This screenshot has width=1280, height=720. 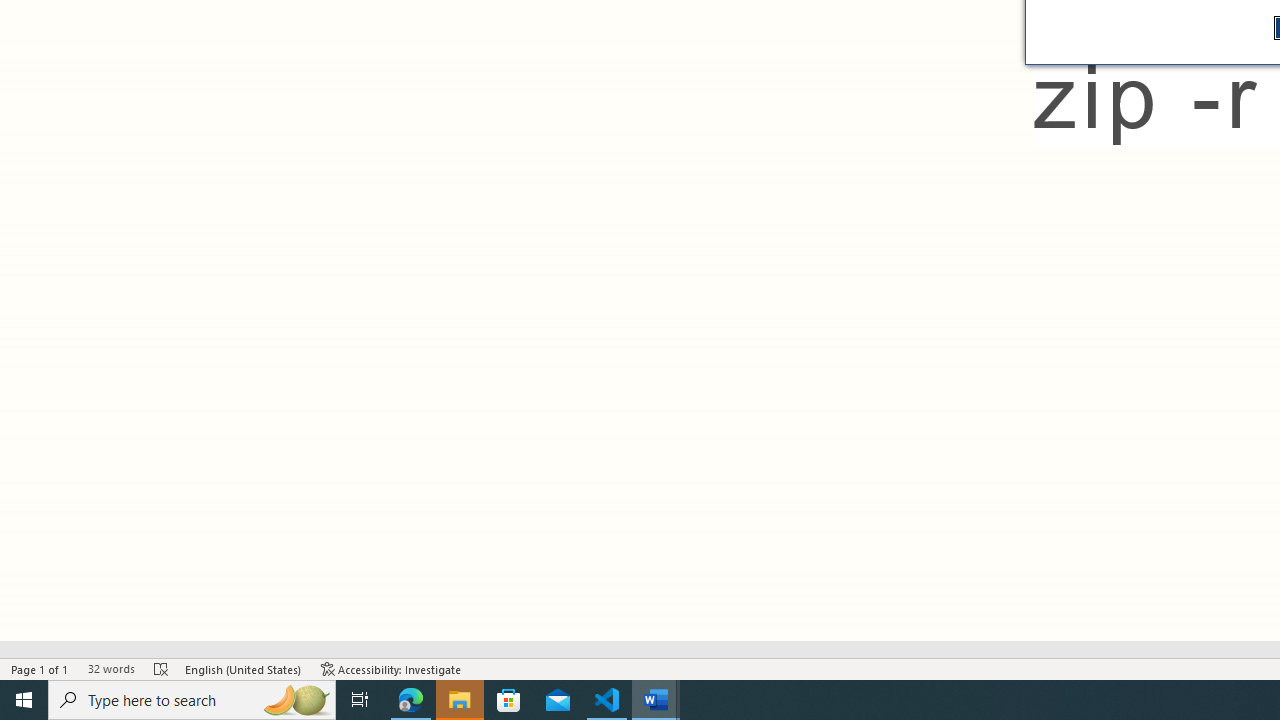 I want to click on 'Page Number Page 1 of 1', so click(x=40, y=669).